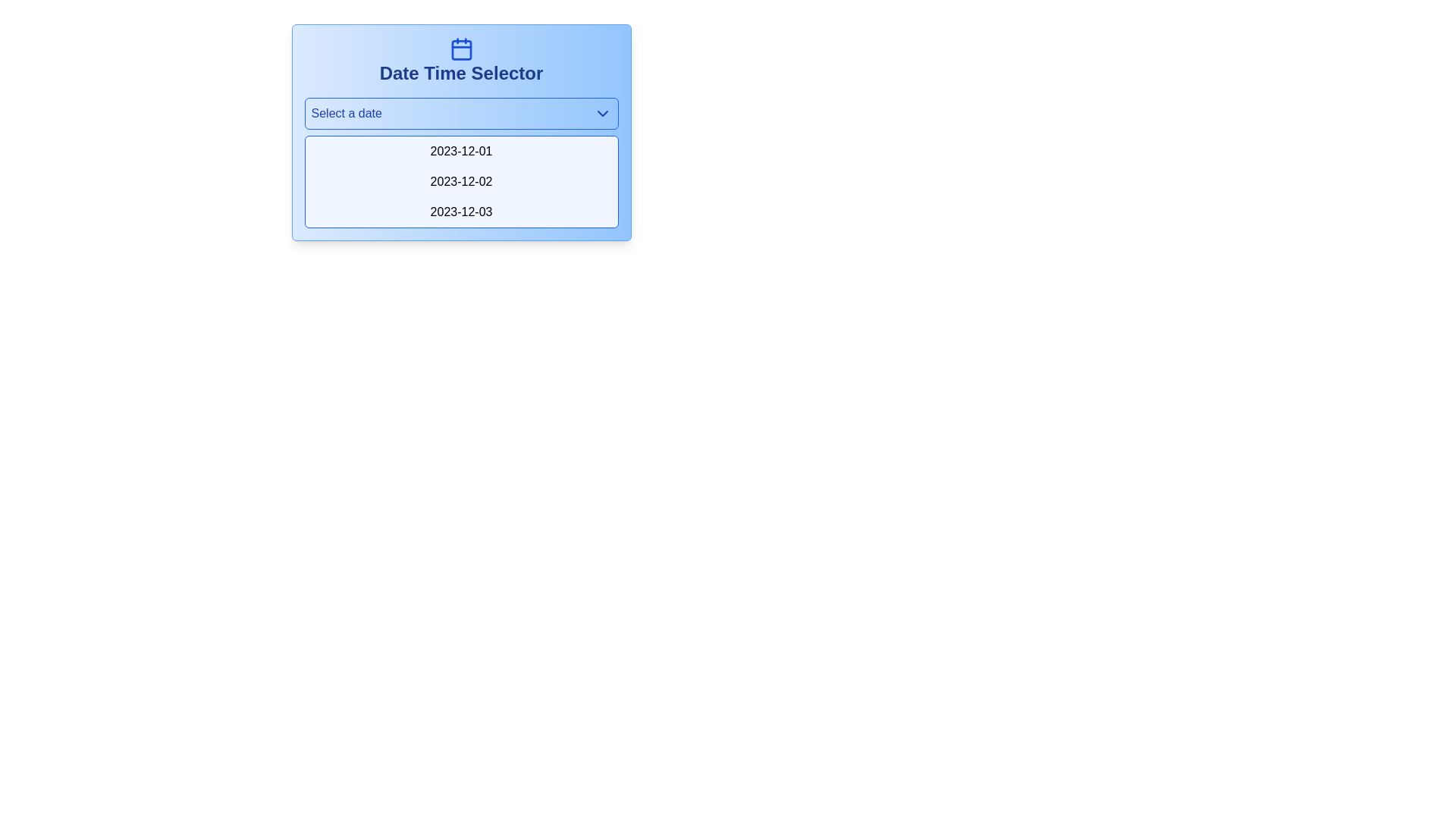  Describe the element at coordinates (601, 113) in the screenshot. I see `the dark blue downward-facing chevron icon located on the rightmost side of the 'Select a date' button` at that location.